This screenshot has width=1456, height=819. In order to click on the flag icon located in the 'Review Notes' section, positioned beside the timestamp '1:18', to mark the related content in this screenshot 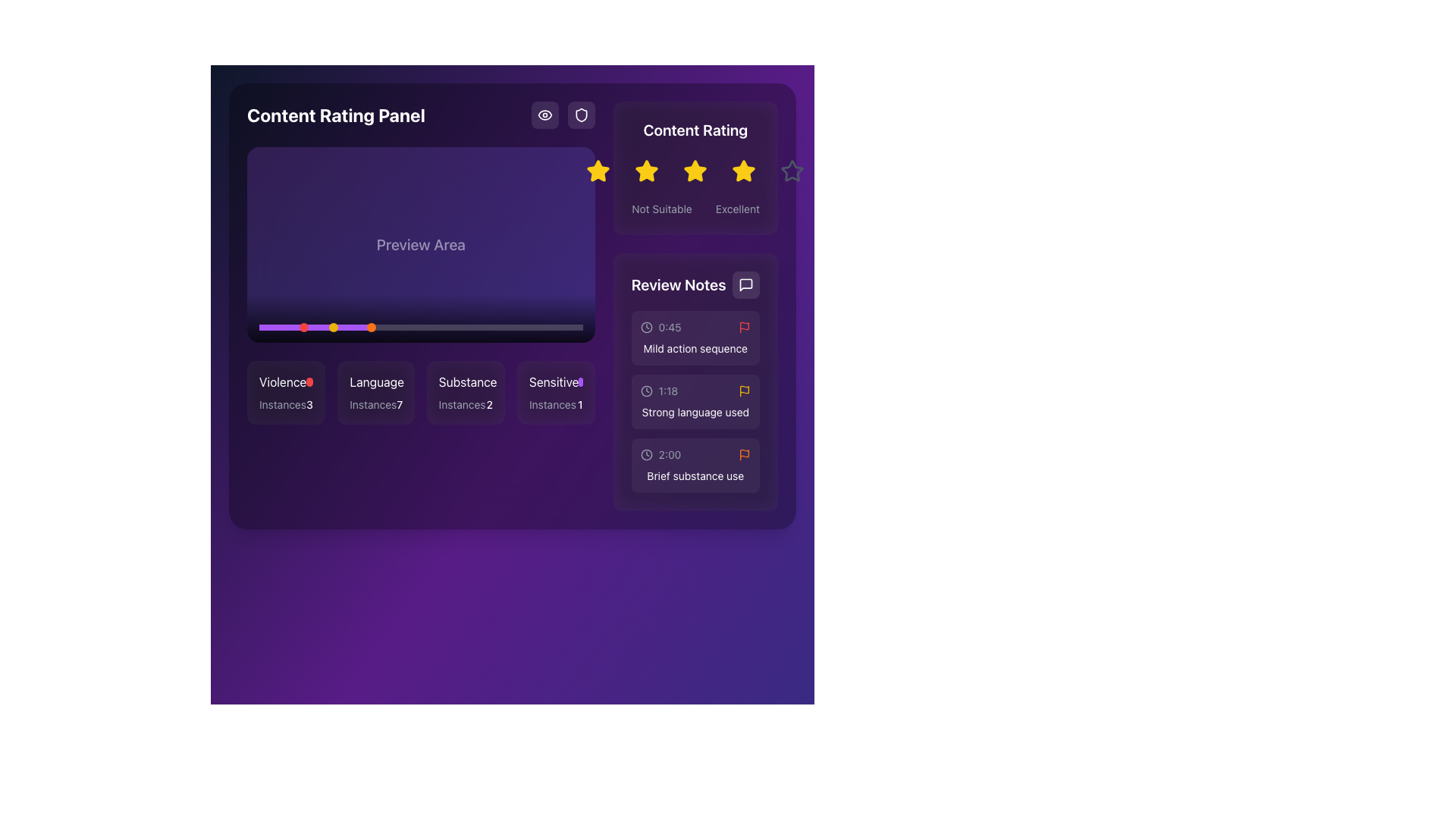, I will do `click(744, 391)`.